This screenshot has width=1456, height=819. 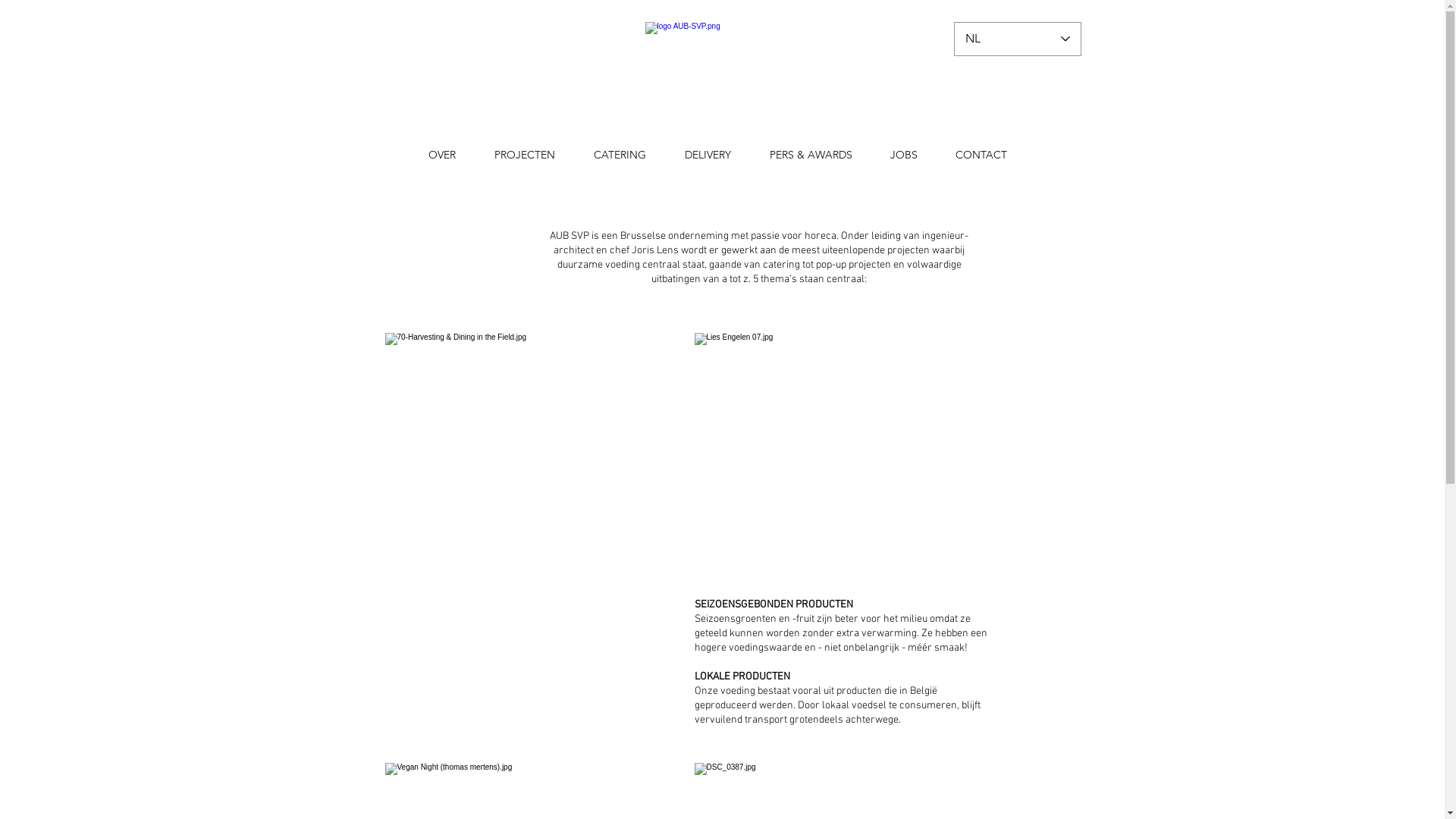 What do you see at coordinates (441, 155) in the screenshot?
I see `'OVER'` at bounding box center [441, 155].